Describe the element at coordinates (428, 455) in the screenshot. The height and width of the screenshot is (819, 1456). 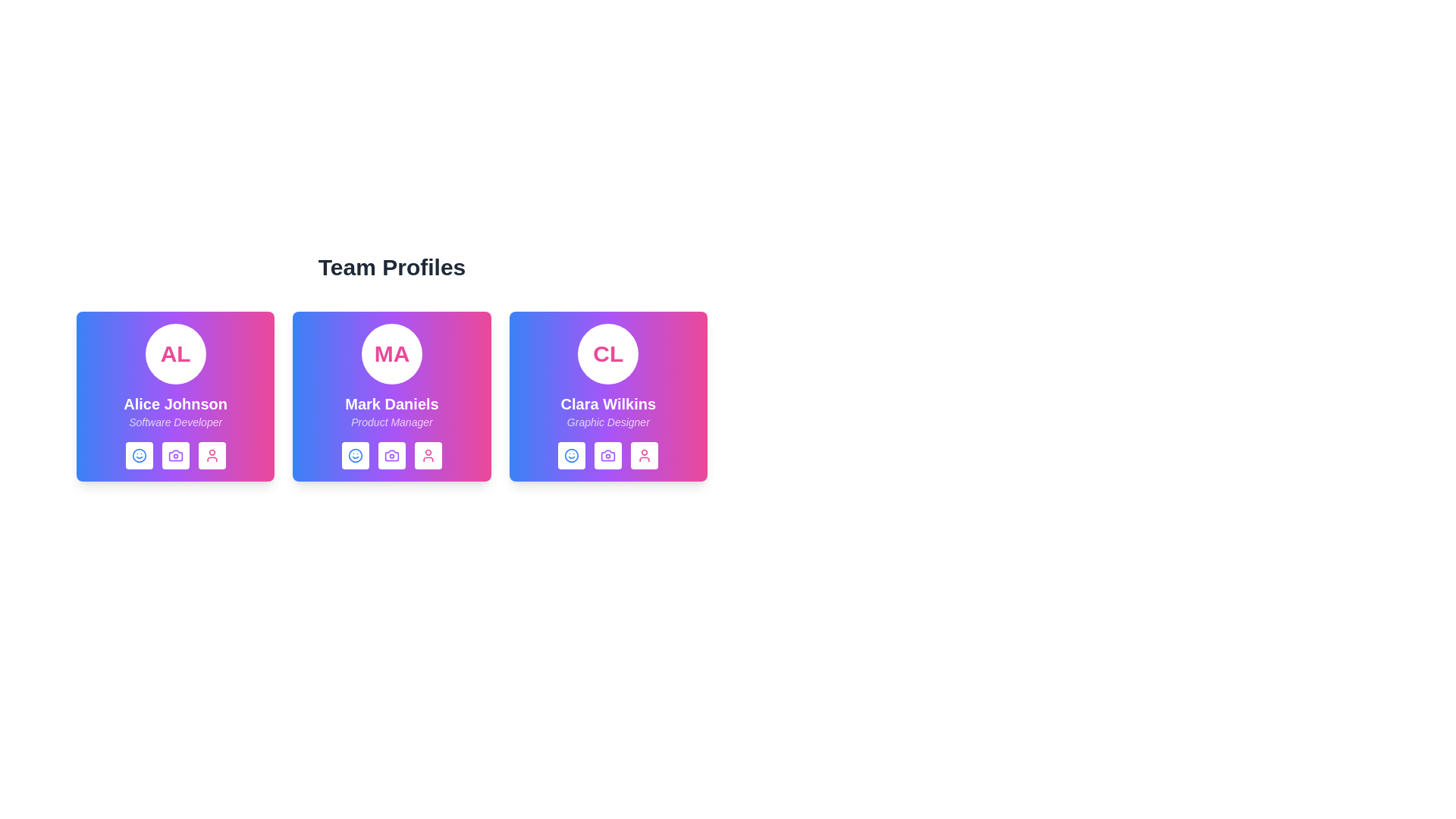
I see `the profile management button located in the bottom-right section of the card labeled 'Mark Daniels - Product Manager', which is the third button in a row of three buttons following a smiley icon and a camera icon` at that location.